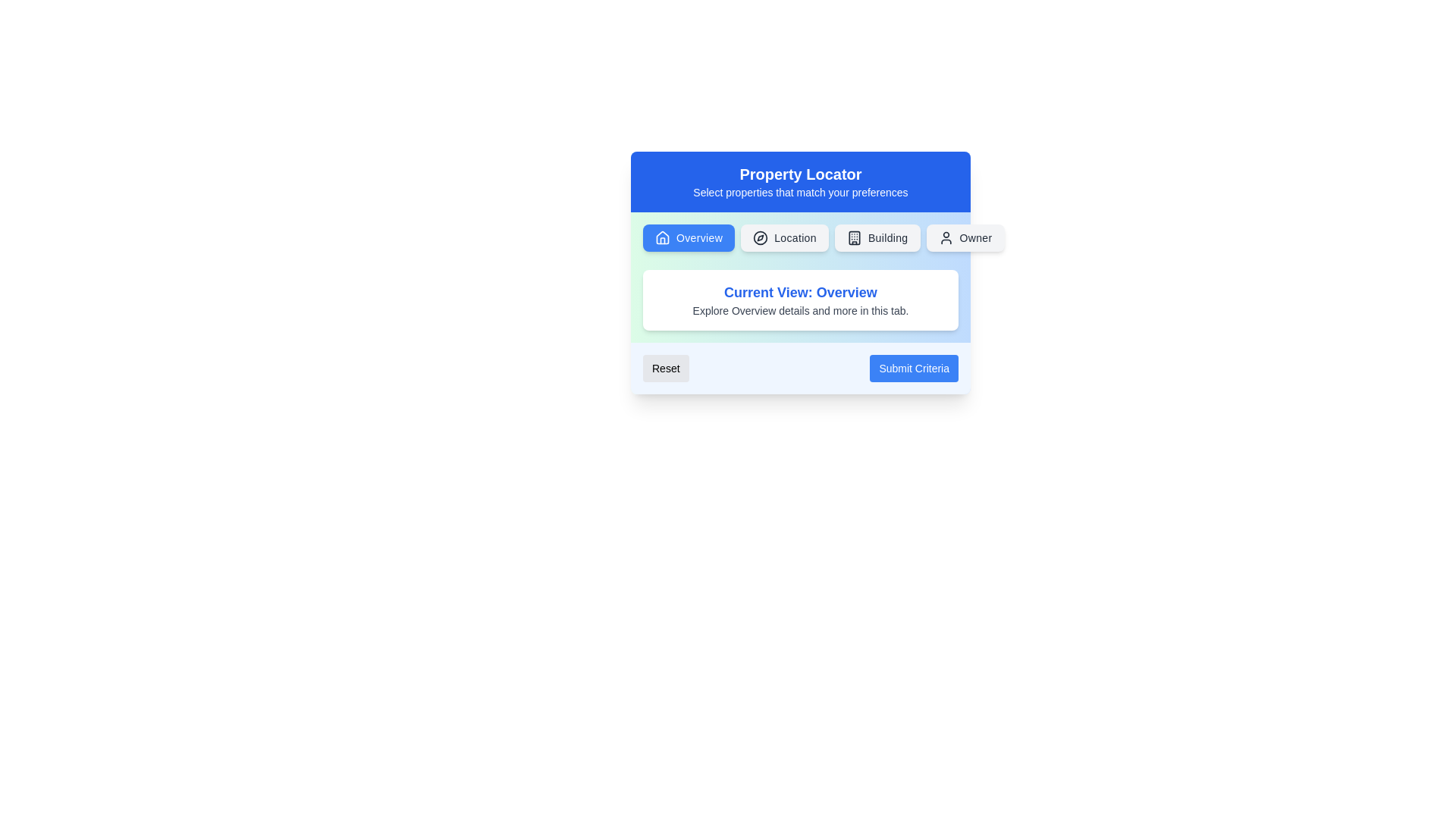  I want to click on the second text label within the blue rectangular section at the top of the interface, located directly below the 'Property Locator' title, so click(800, 192).